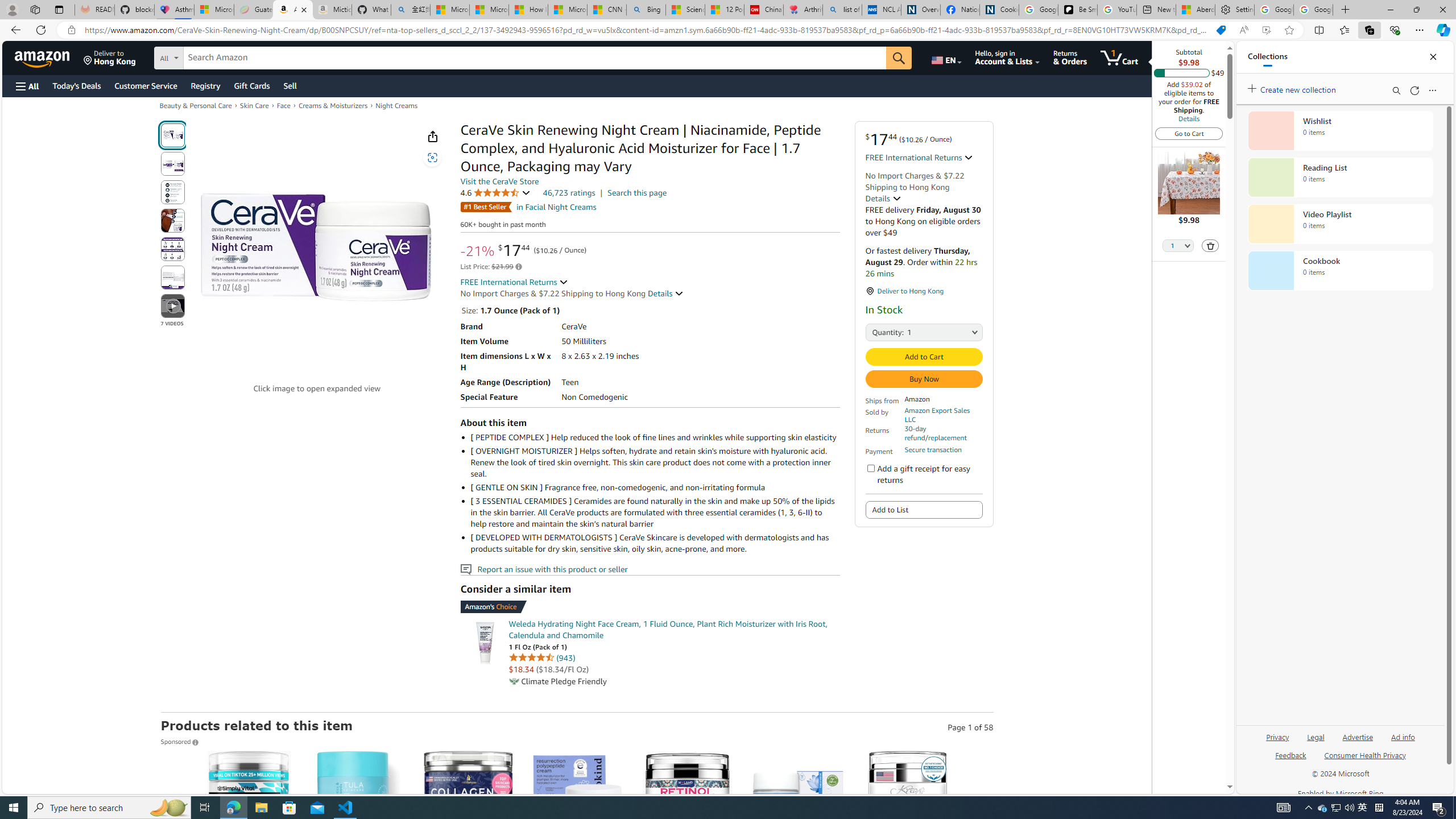  What do you see at coordinates (195, 105) in the screenshot?
I see `'Beauty & Personal Care'` at bounding box center [195, 105].